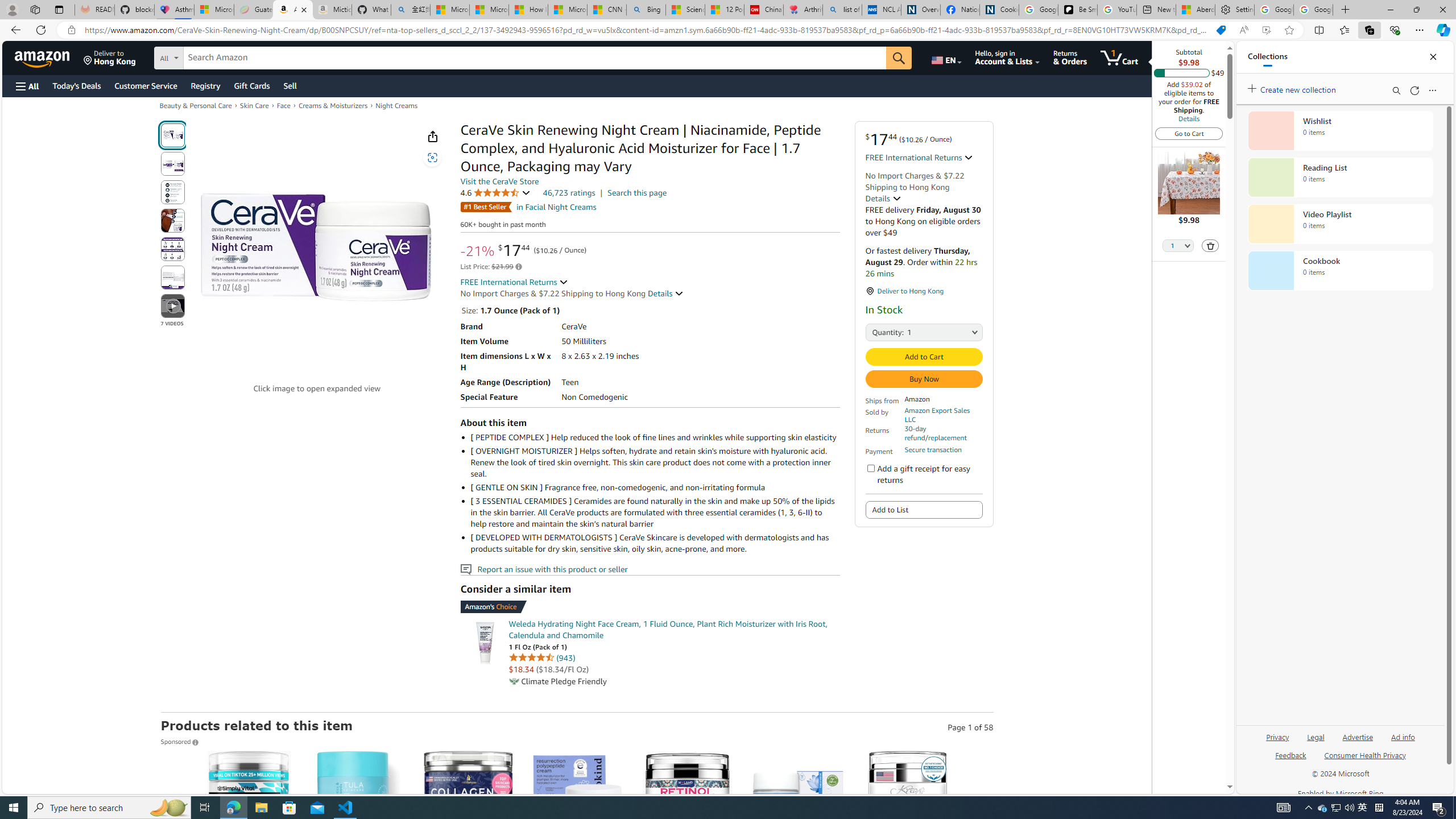  What do you see at coordinates (195, 105) in the screenshot?
I see `'Beauty & Personal Care'` at bounding box center [195, 105].